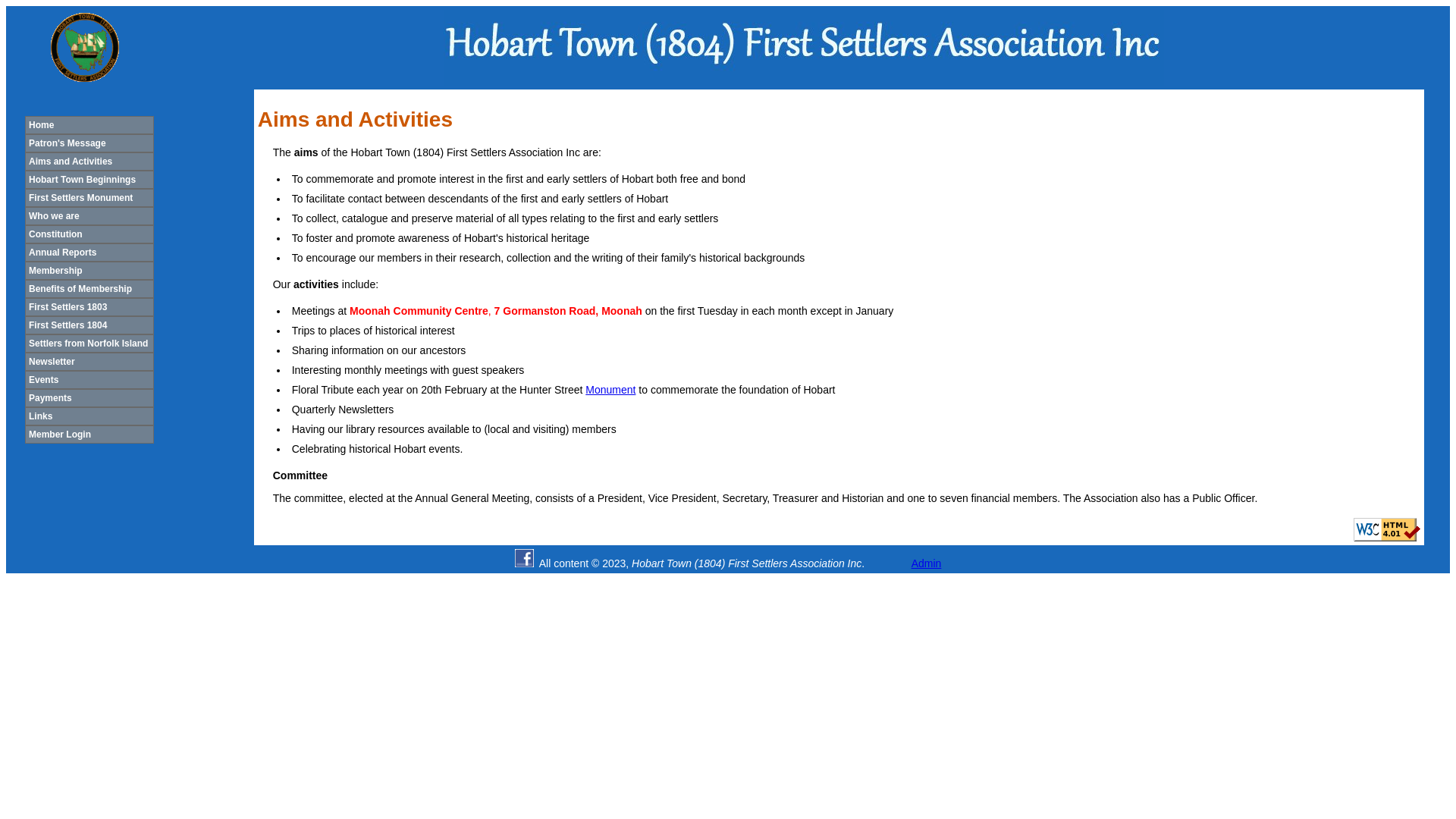  Describe the element at coordinates (89, 289) in the screenshot. I see `'Benefits of Membership'` at that location.